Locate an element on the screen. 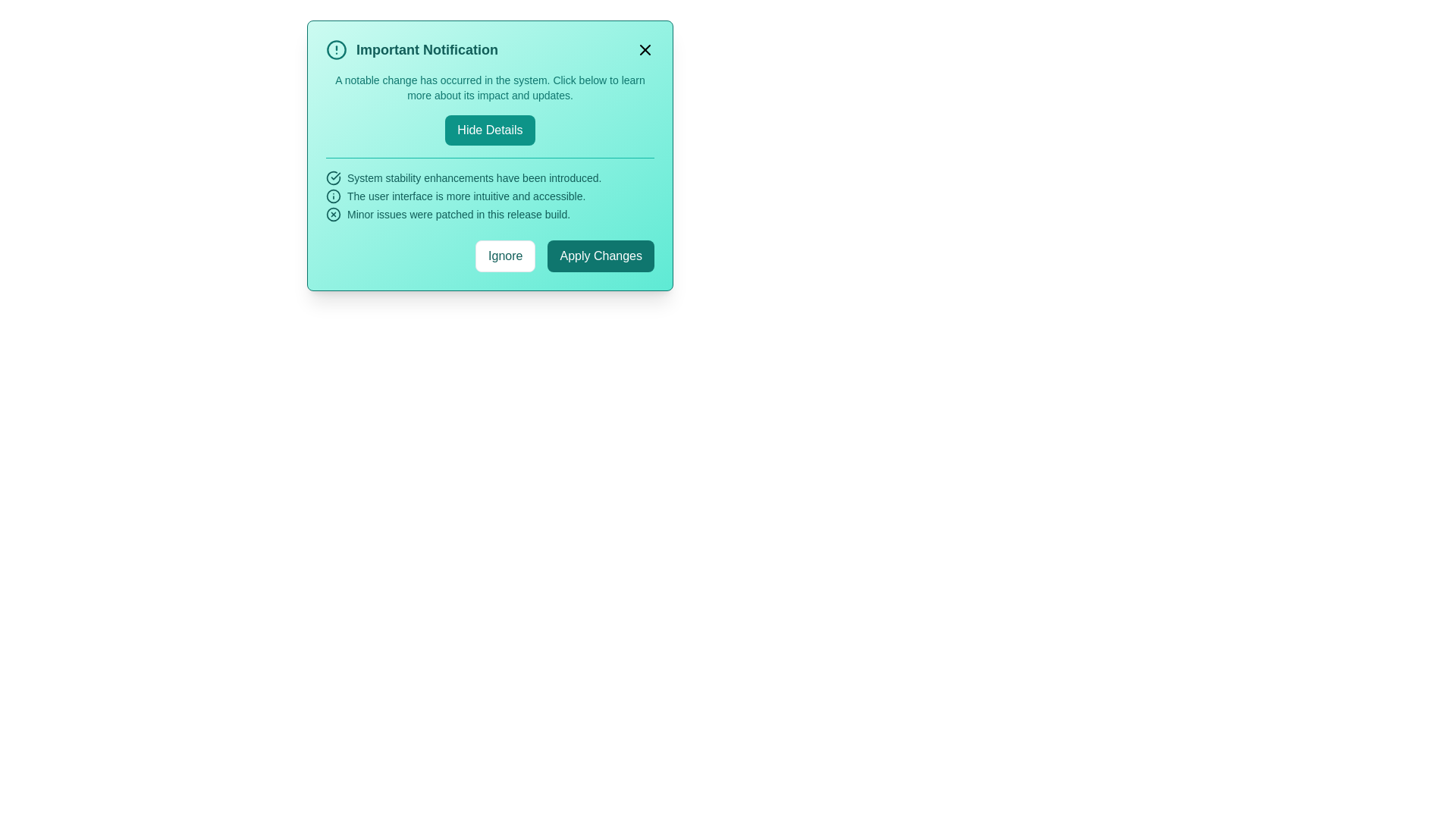 The image size is (1456, 819). Notification header, which features a circular teal alert icon followed by bold text stating 'Important Notification', located at the top-left corner of a centered modal dialog box is located at coordinates (412, 49).